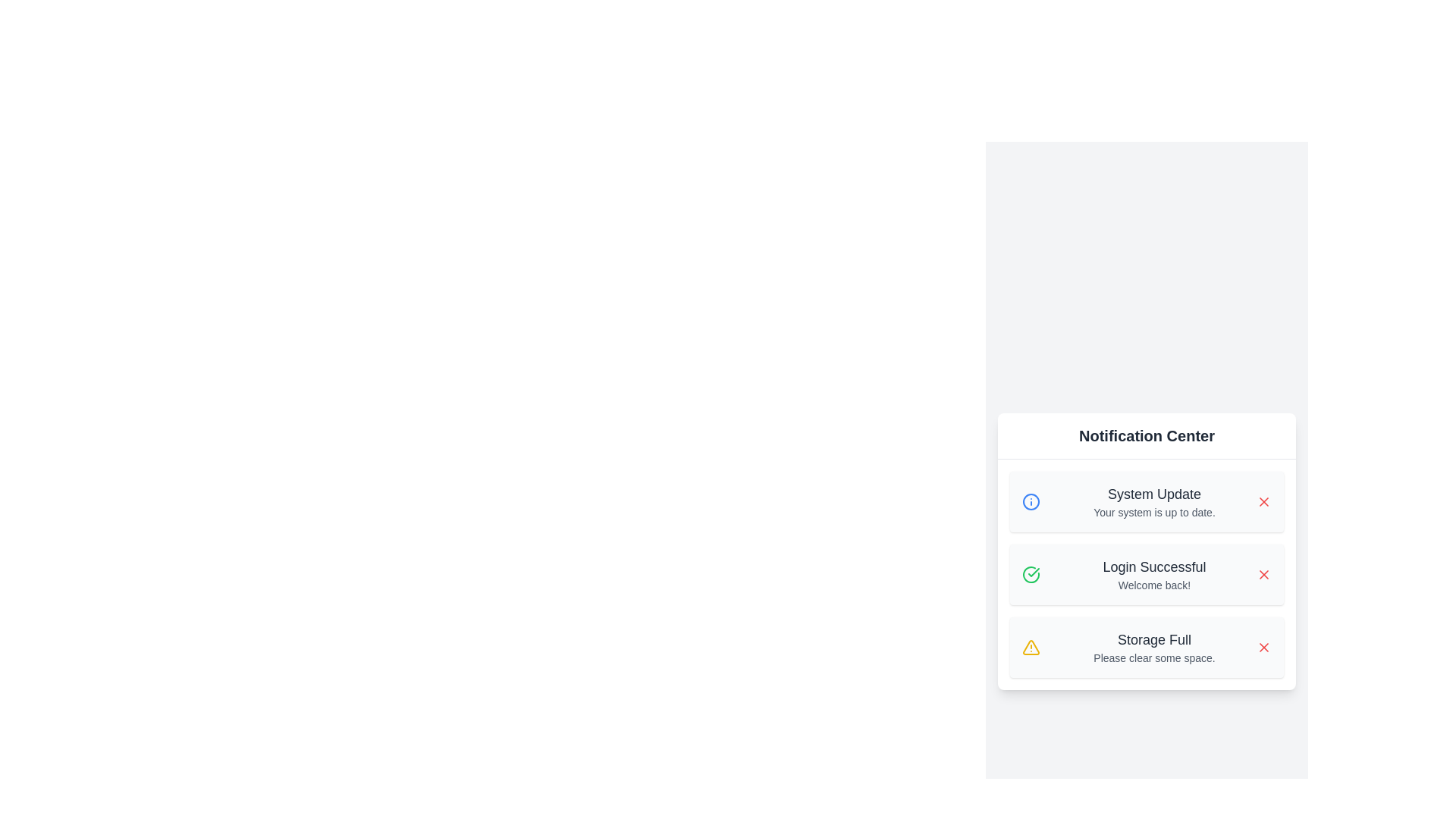 This screenshot has height=819, width=1456. I want to click on 'Login Successful' notification message, which is the second notification in the Notification Center, displaying a large gray font and a smaller lighter gray font, so click(1153, 574).